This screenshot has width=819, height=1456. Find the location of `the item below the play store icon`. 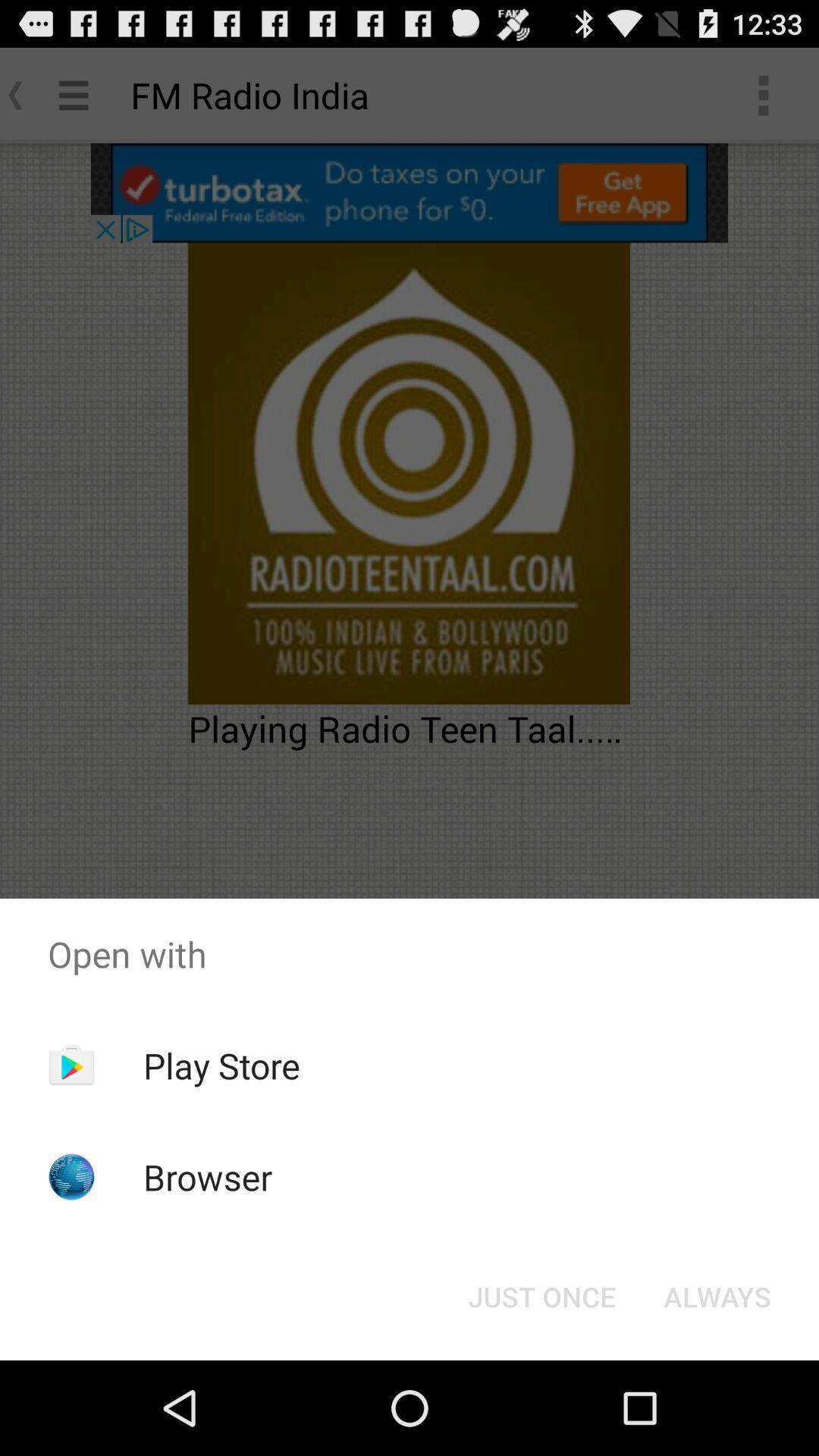

the item below the play store icon is located at coordinates (208, 1176).